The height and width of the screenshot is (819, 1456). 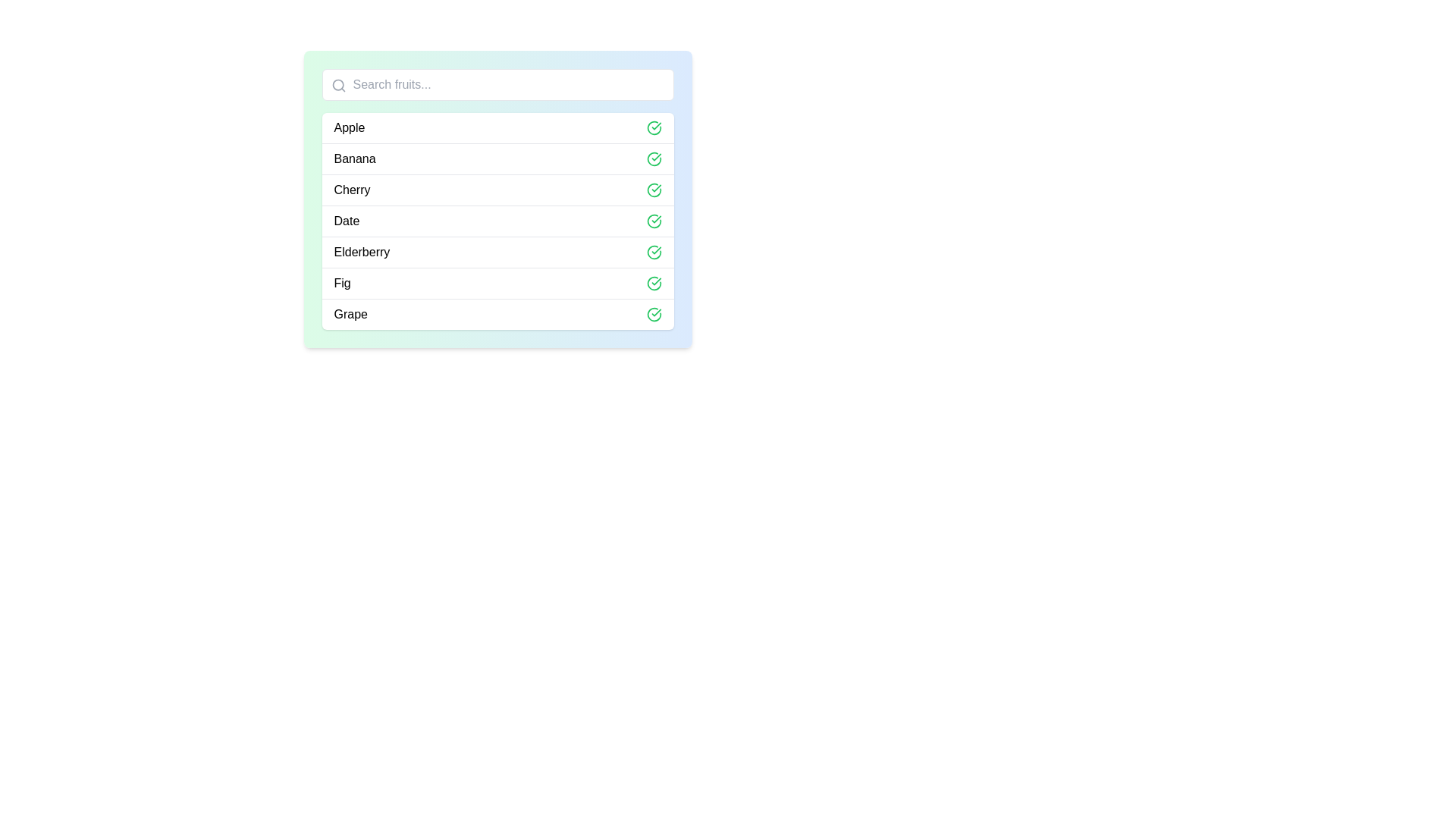 What do you see at coordinates (497, 127) in the screenshot?
I see `the first list item displaying 'Apple' with a green check mark, located under the 'Search fruits...' bar and above 'Banana'` at bounding box center [497, 127].